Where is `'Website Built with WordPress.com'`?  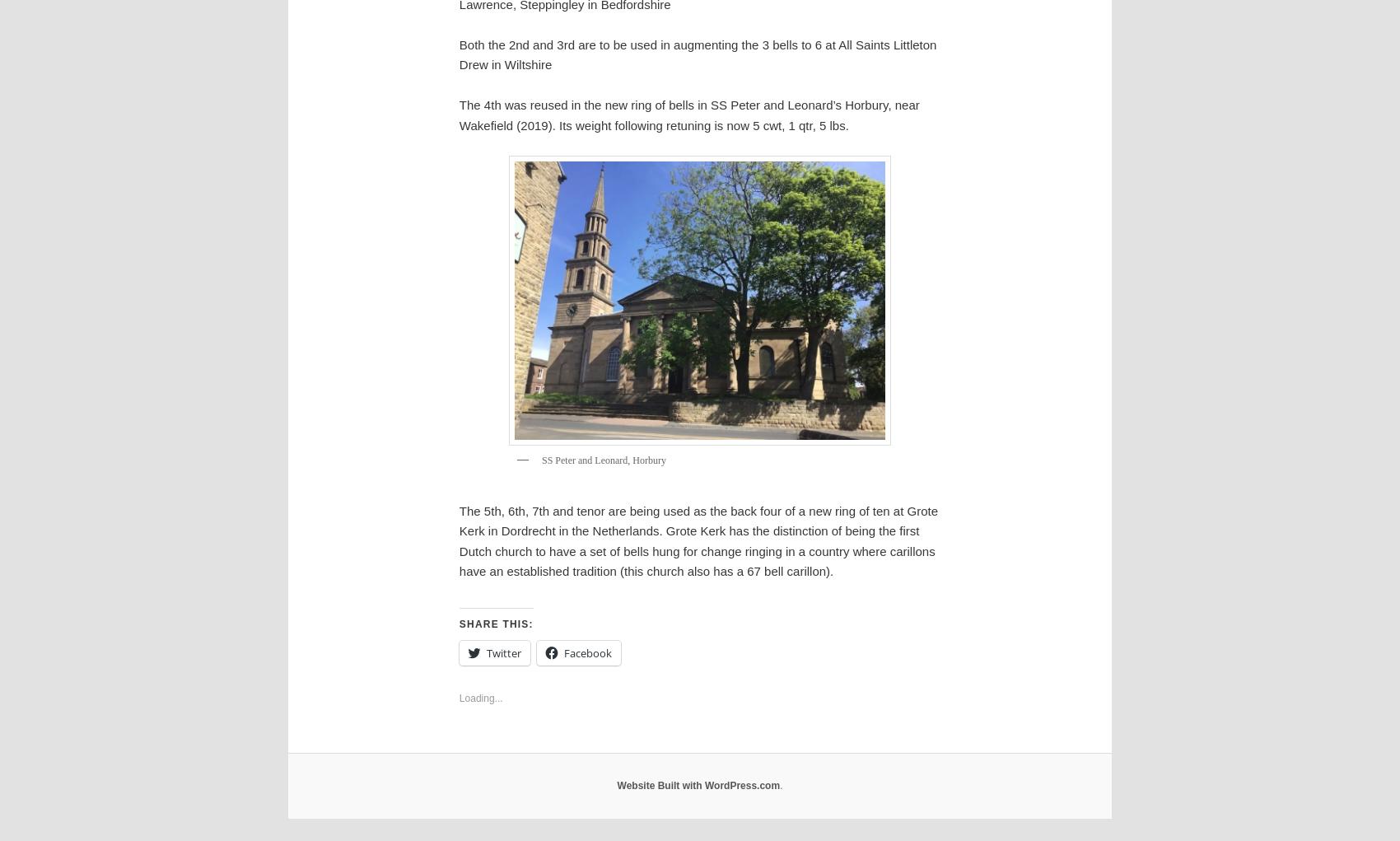
'Website Built with WordPress.com' is located at coordinates (697, 785).